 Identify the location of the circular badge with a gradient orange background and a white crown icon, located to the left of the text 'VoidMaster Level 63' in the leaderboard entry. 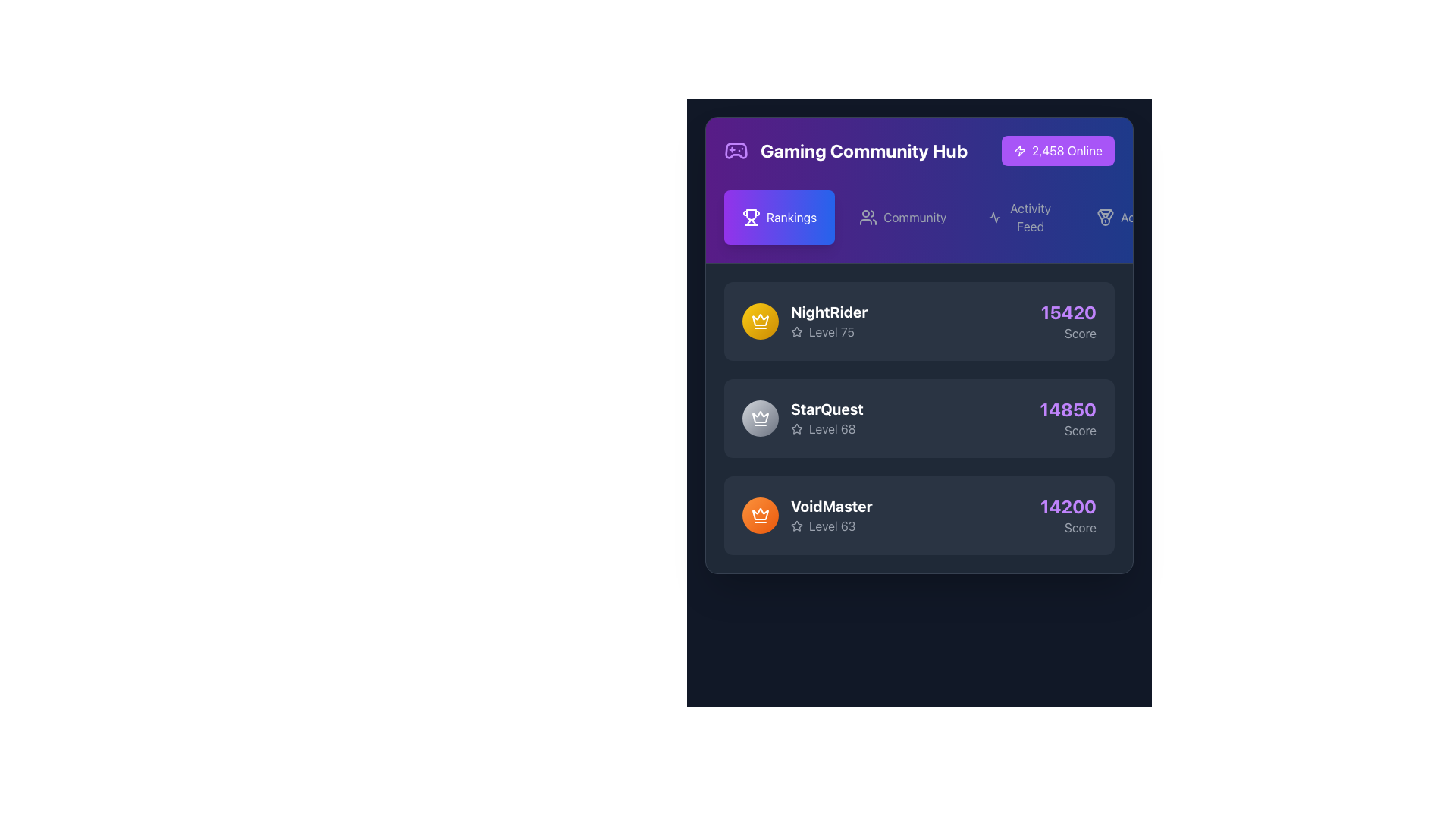
(761, 514).